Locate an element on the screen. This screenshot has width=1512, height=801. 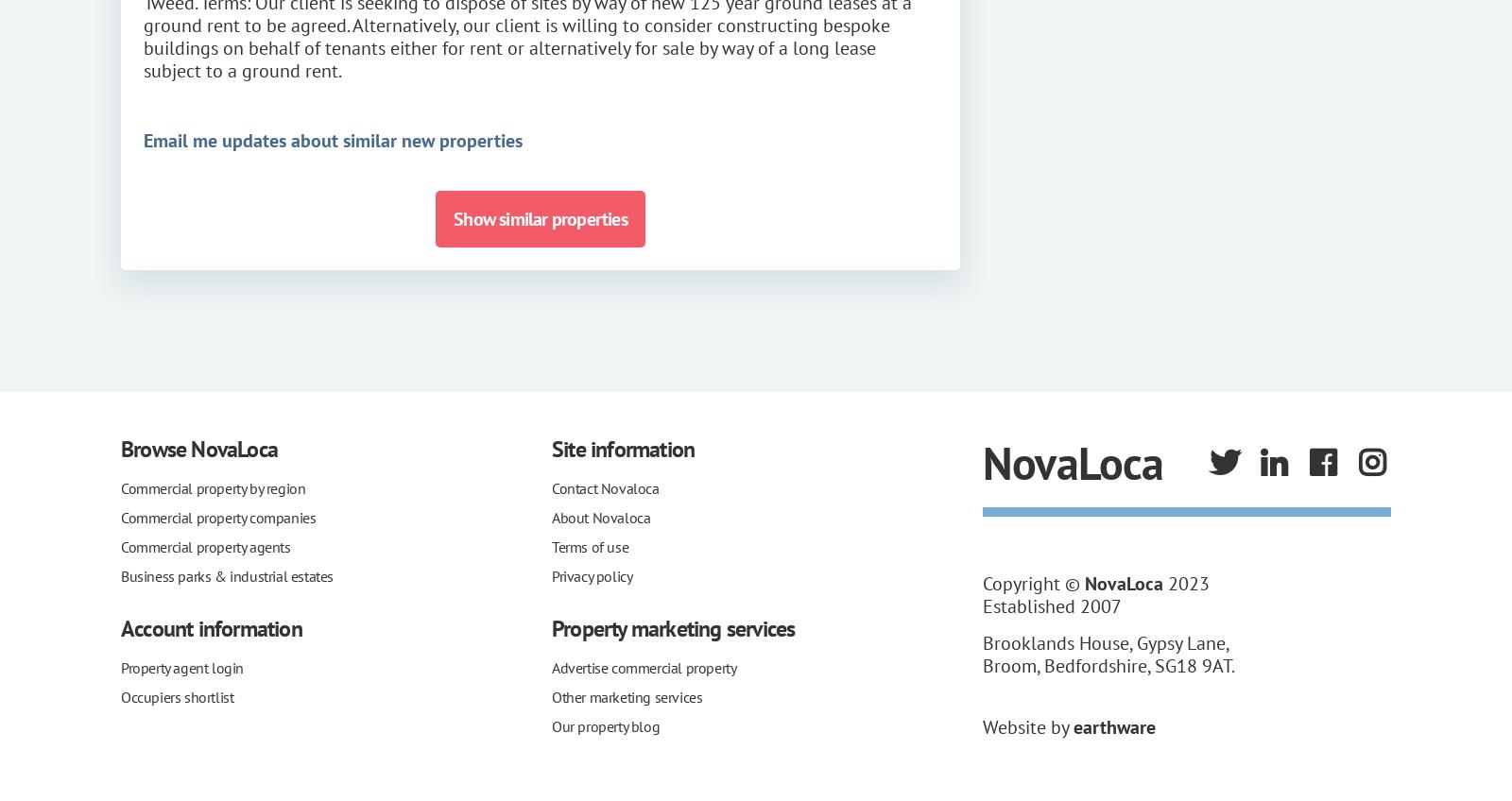
'Broom, Bedfordshire, SG18 9AT.' is located at coordinates (1108, 665).